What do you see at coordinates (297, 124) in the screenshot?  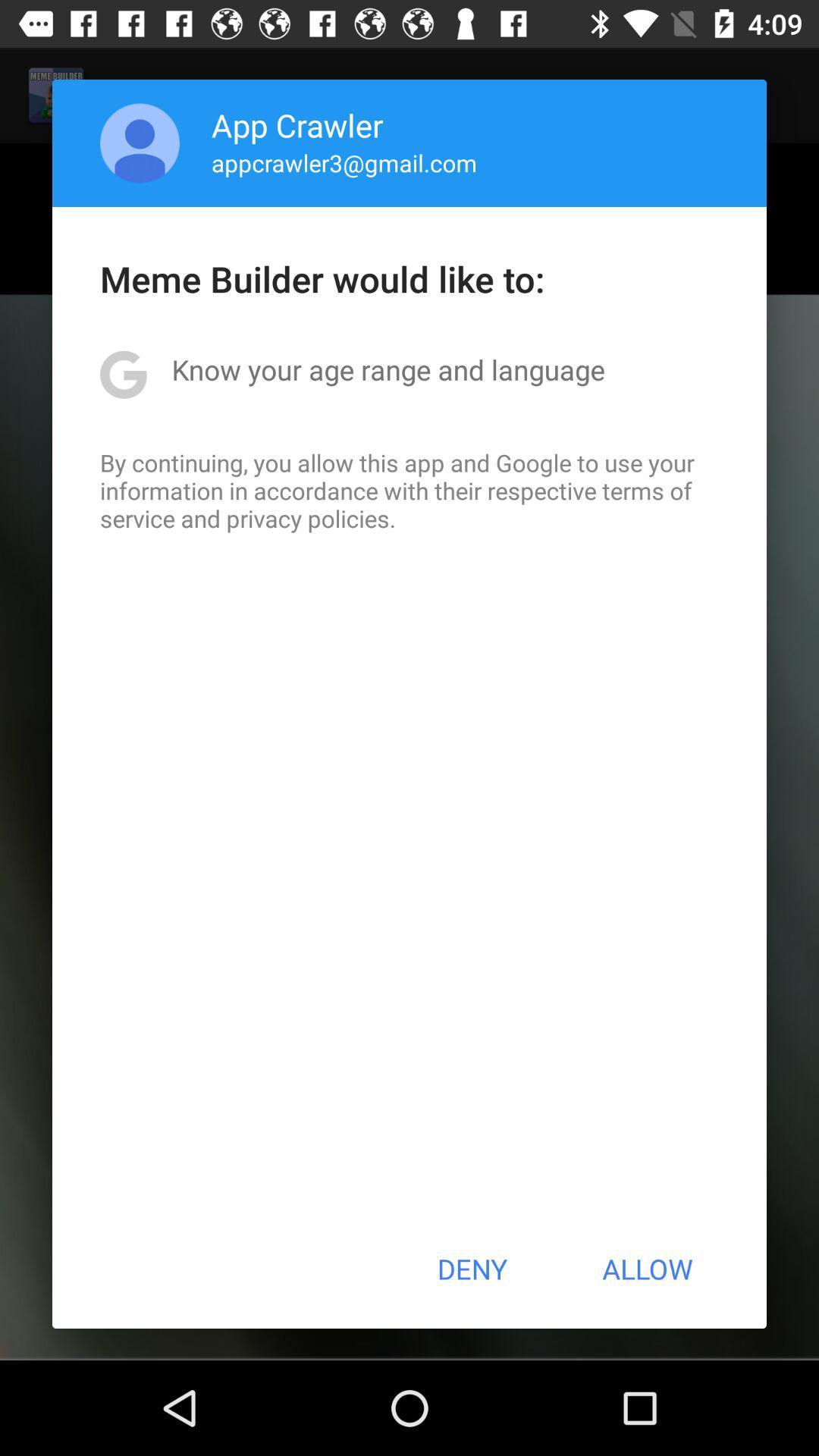 I see `app crawler app` at bounding box center [297, 124].